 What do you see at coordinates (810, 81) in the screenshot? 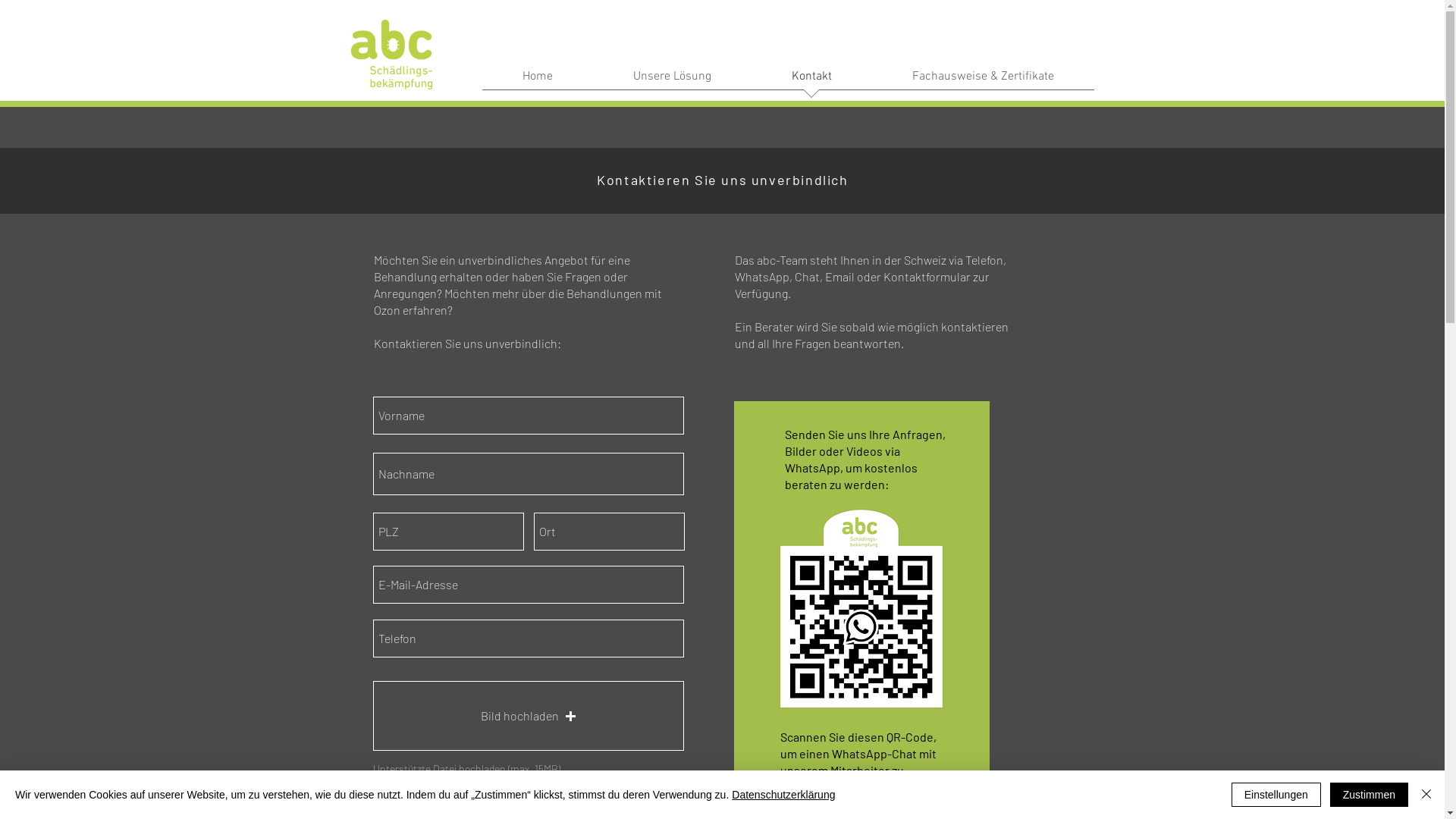
I see `'Kontakt'` at bounding box center [810, 81].